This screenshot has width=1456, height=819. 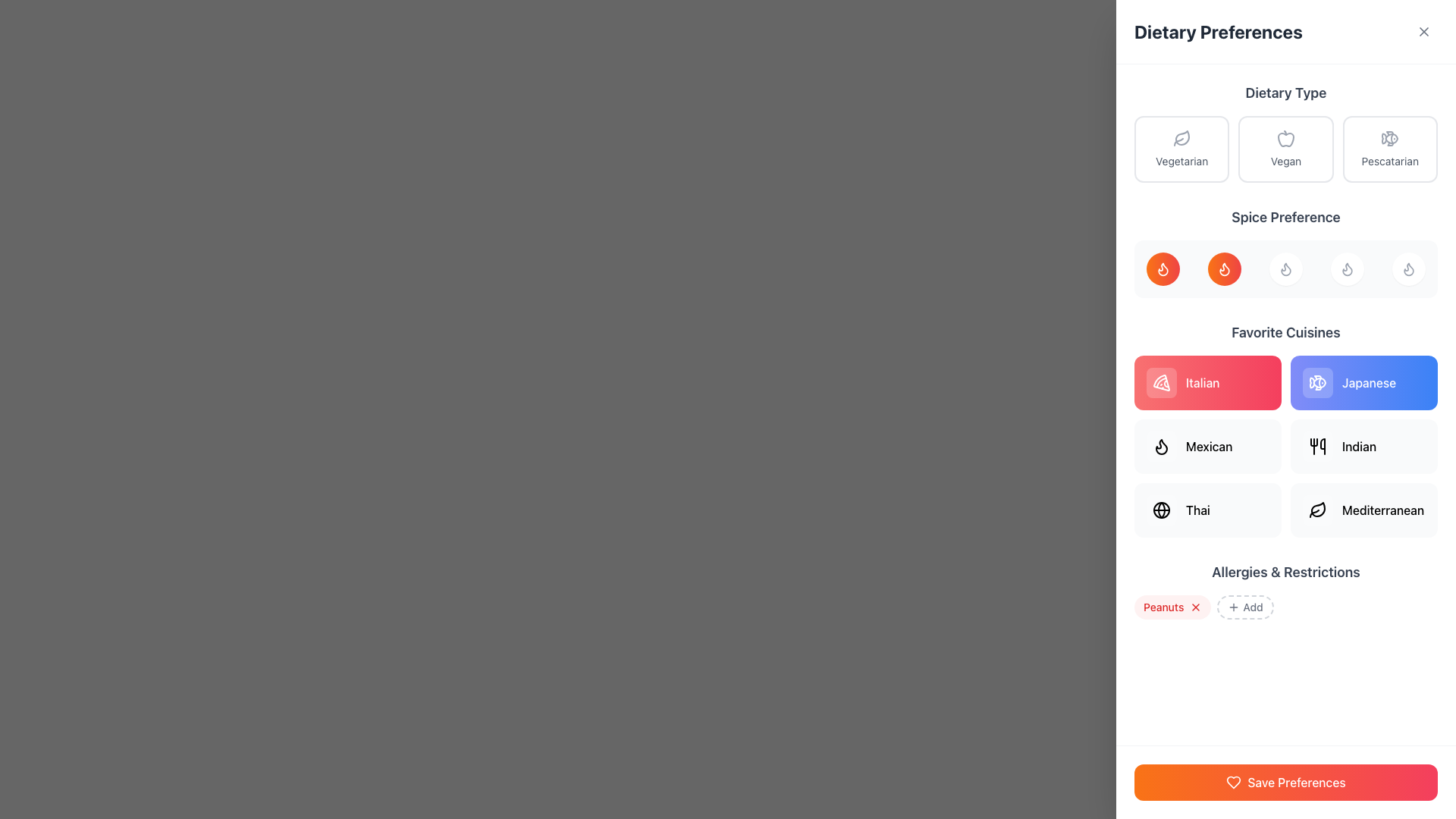 I want to click on the 'Mexican' cuisine button, which is a rectangular button with a white background, rounded corners, a flame icon on the left, and the text 'Mexican' on the right, located in the 'Favorite Cuisines' section, so click(x=1207, y=446).